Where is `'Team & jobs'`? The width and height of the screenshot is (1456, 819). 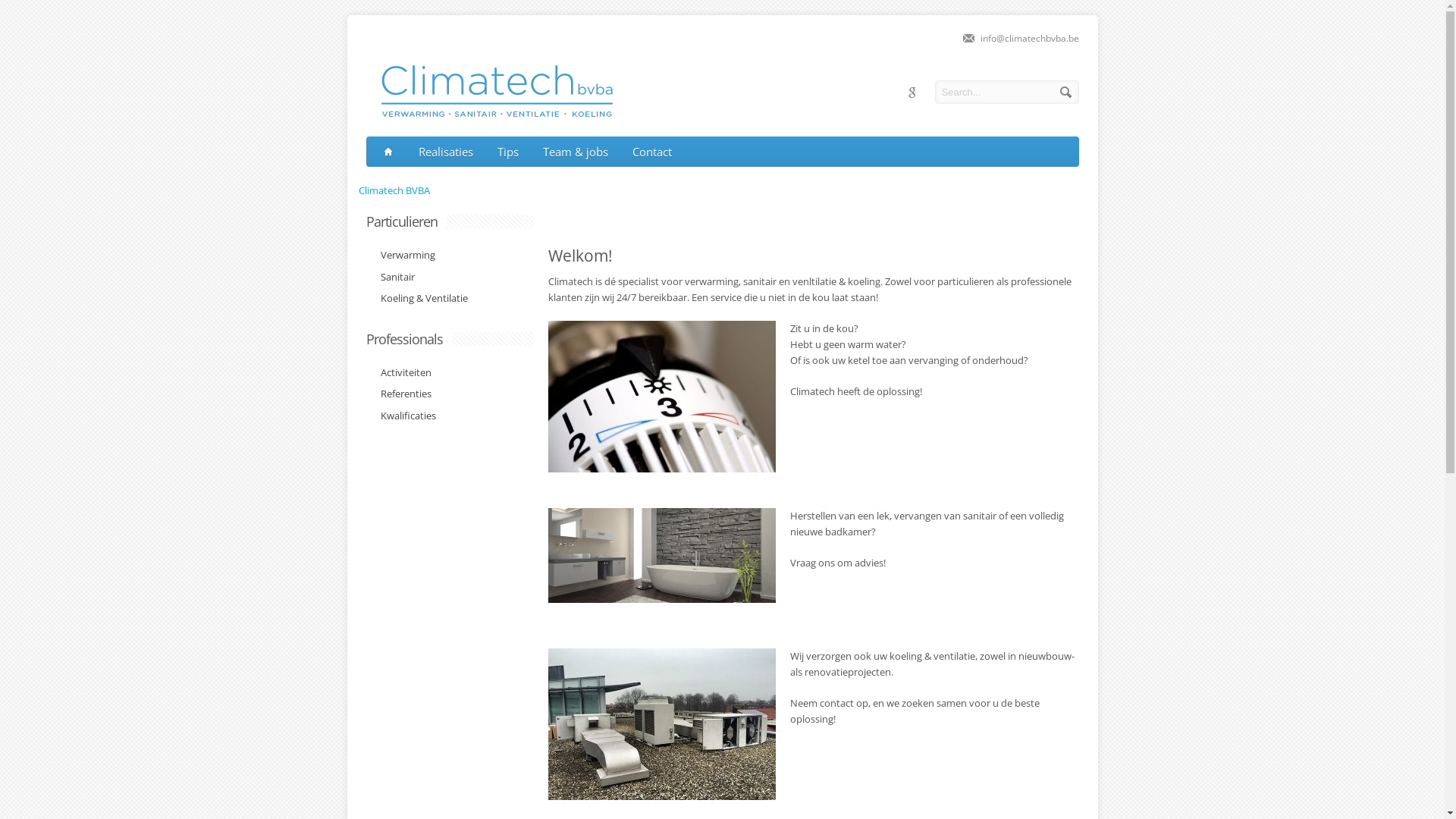 'Team & jobs' is located at coordinates (574, 152).